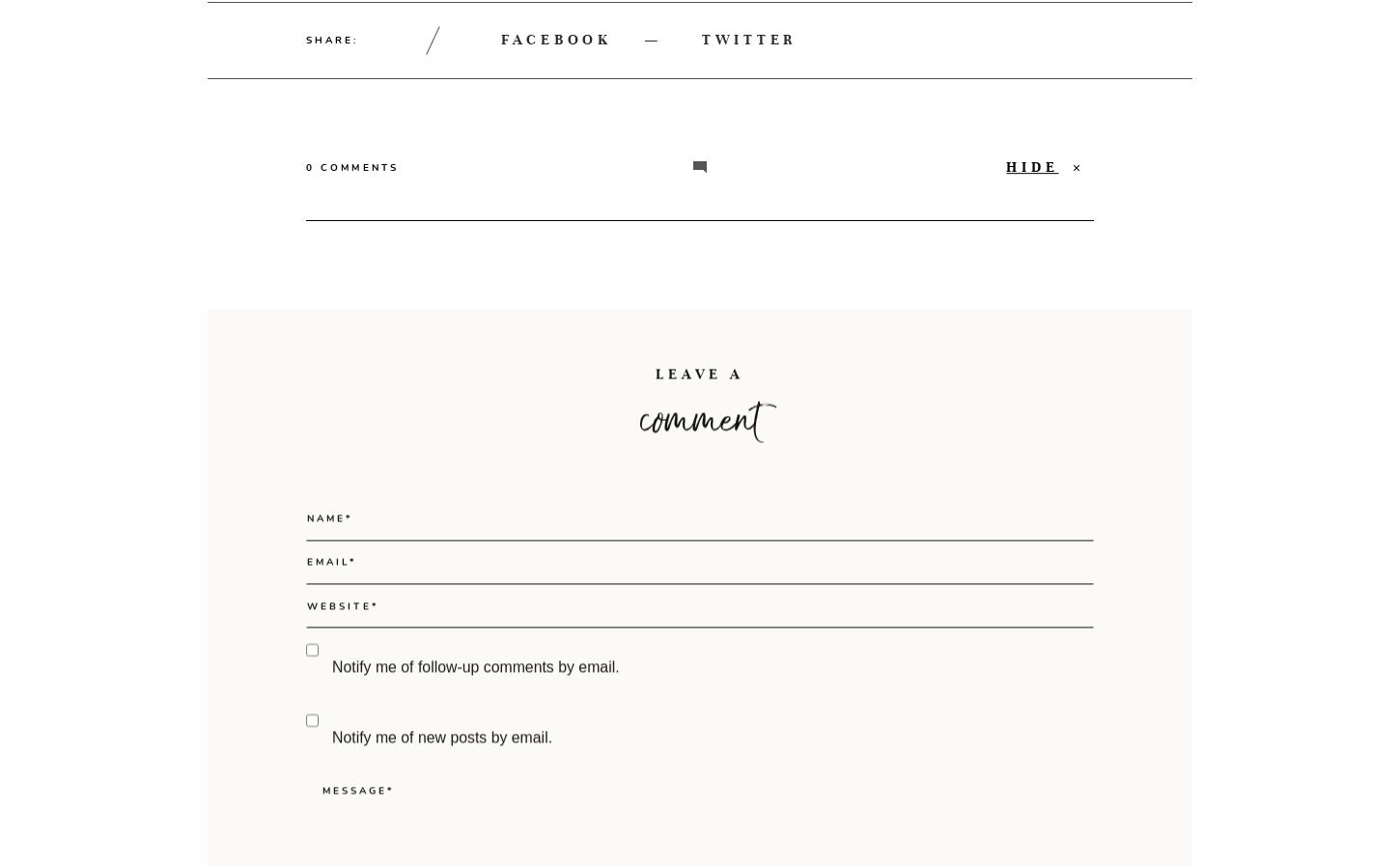 This screenshot has width=1400, height=866. What do you see at coordinates (698, 455) in the screenshot?
I see `'LEAVE A'` at bounding box center [698, 455].